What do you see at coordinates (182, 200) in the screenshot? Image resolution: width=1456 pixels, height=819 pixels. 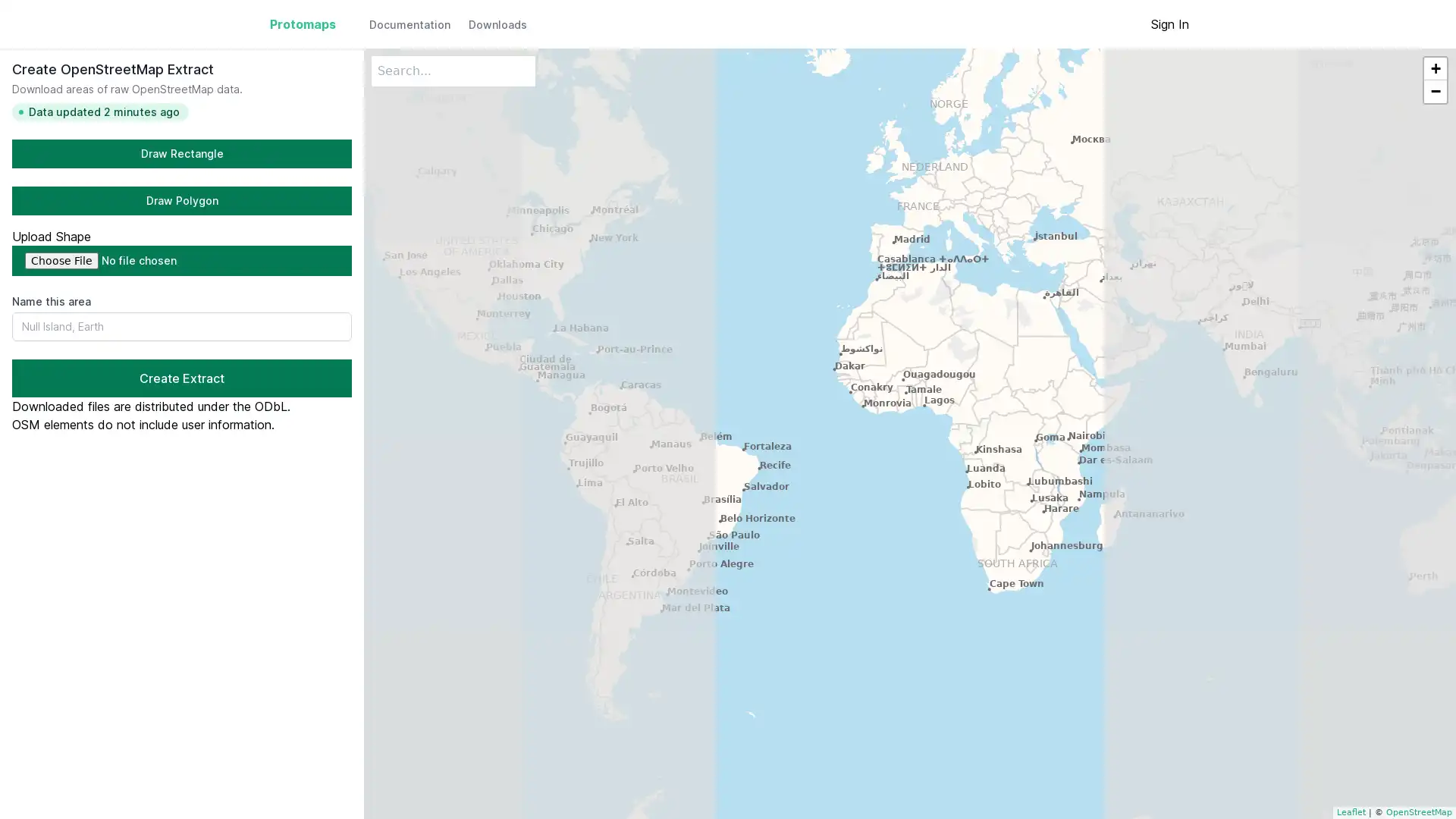 I see `Draw Polygon` at bounding box center [182, 200].